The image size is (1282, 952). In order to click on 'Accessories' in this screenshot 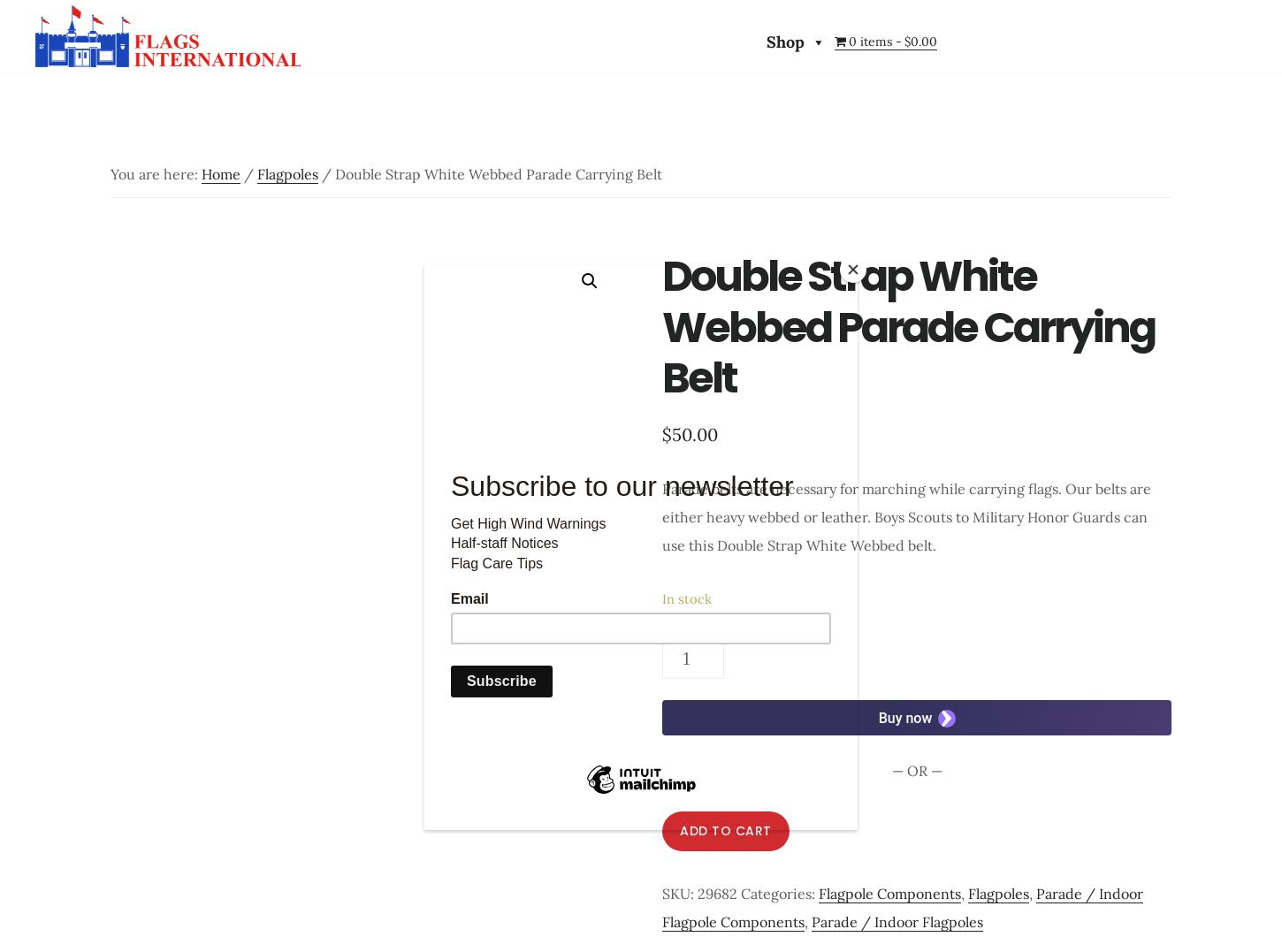, I will do `click(921, 96)`.